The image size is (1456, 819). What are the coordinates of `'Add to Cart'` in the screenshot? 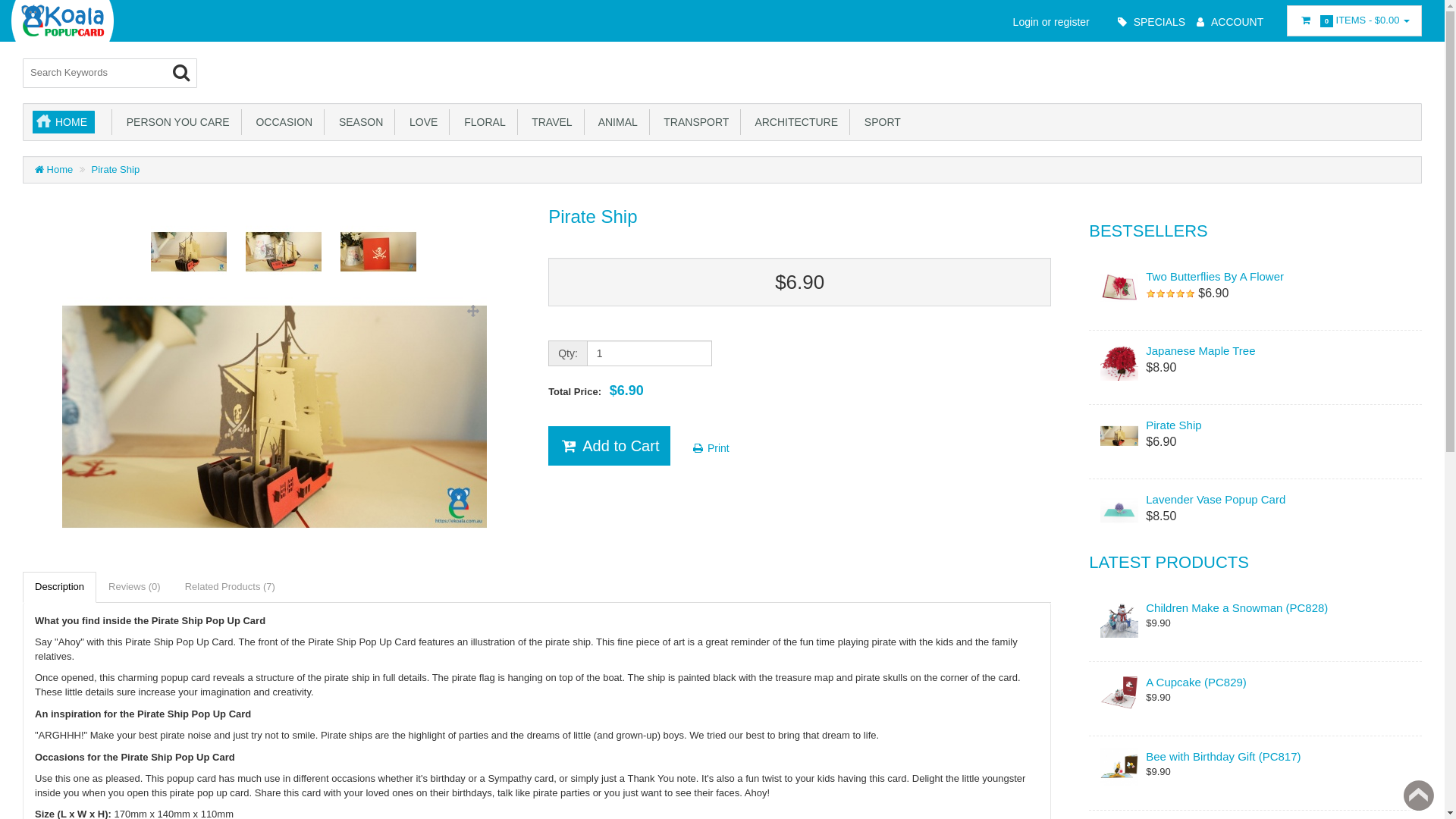 It's located at (609, 444).